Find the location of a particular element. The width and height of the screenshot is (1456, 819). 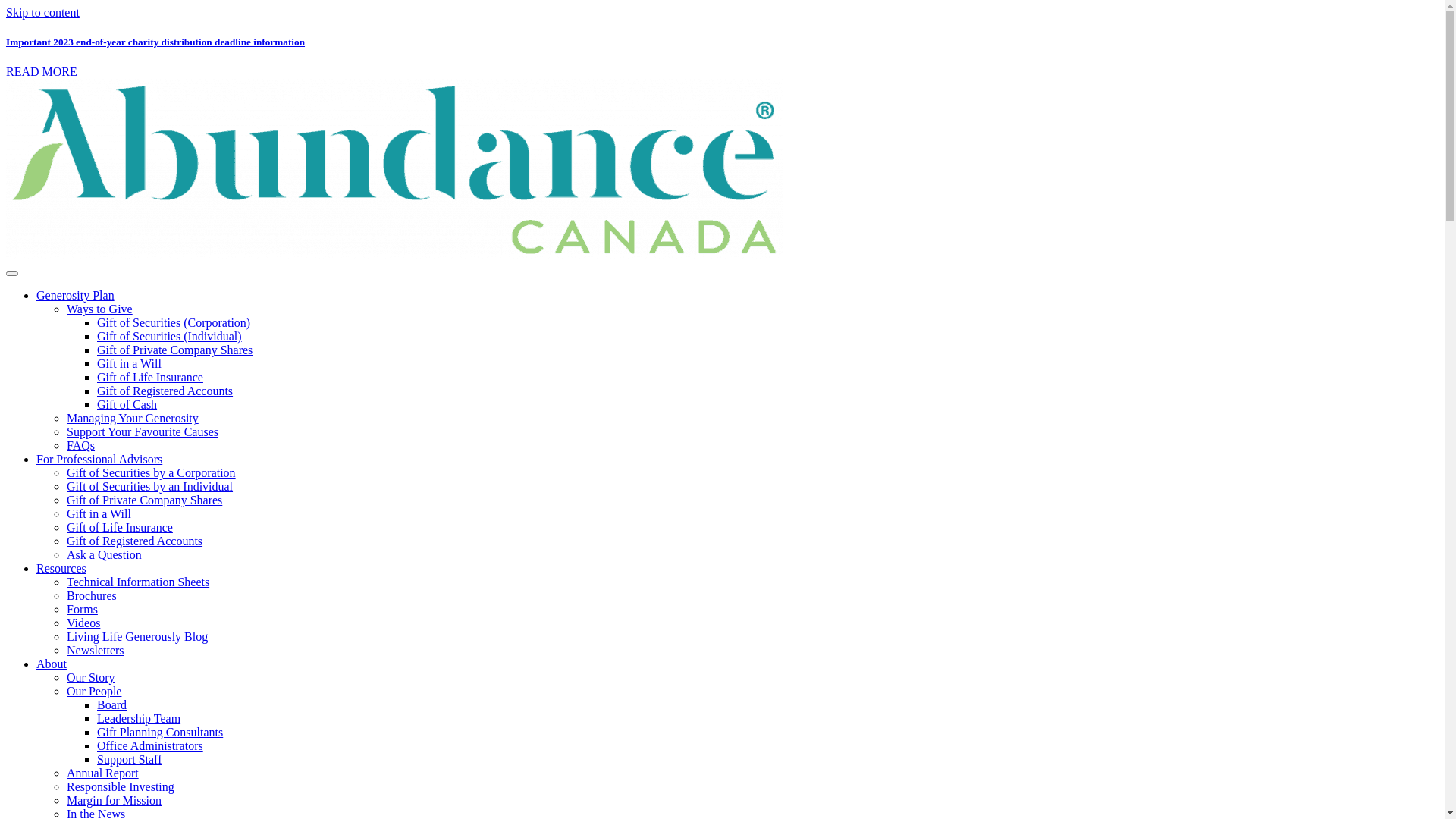

'FAQs' is located at coordinates (80, 444).